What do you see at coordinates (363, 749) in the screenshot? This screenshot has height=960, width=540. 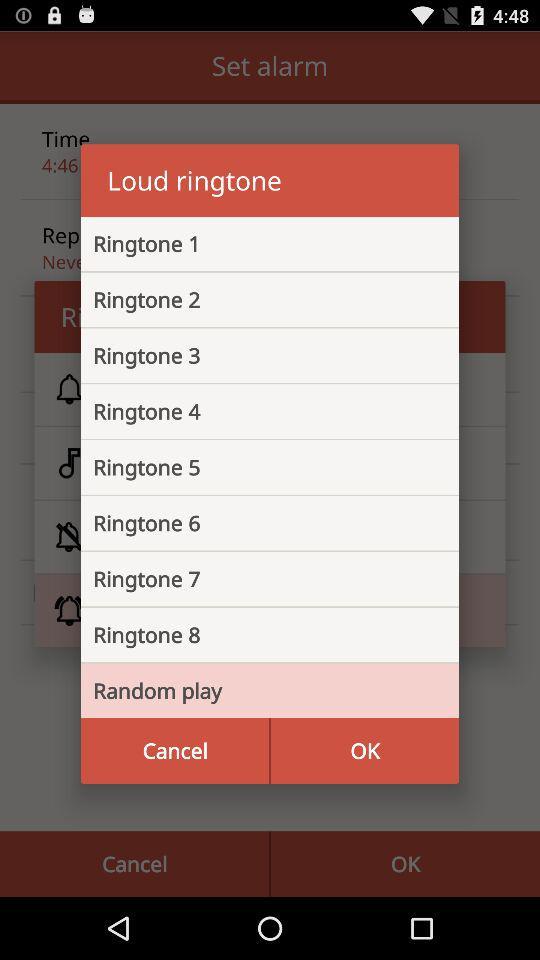 I see `ok item` at bounding box center [363, 749].